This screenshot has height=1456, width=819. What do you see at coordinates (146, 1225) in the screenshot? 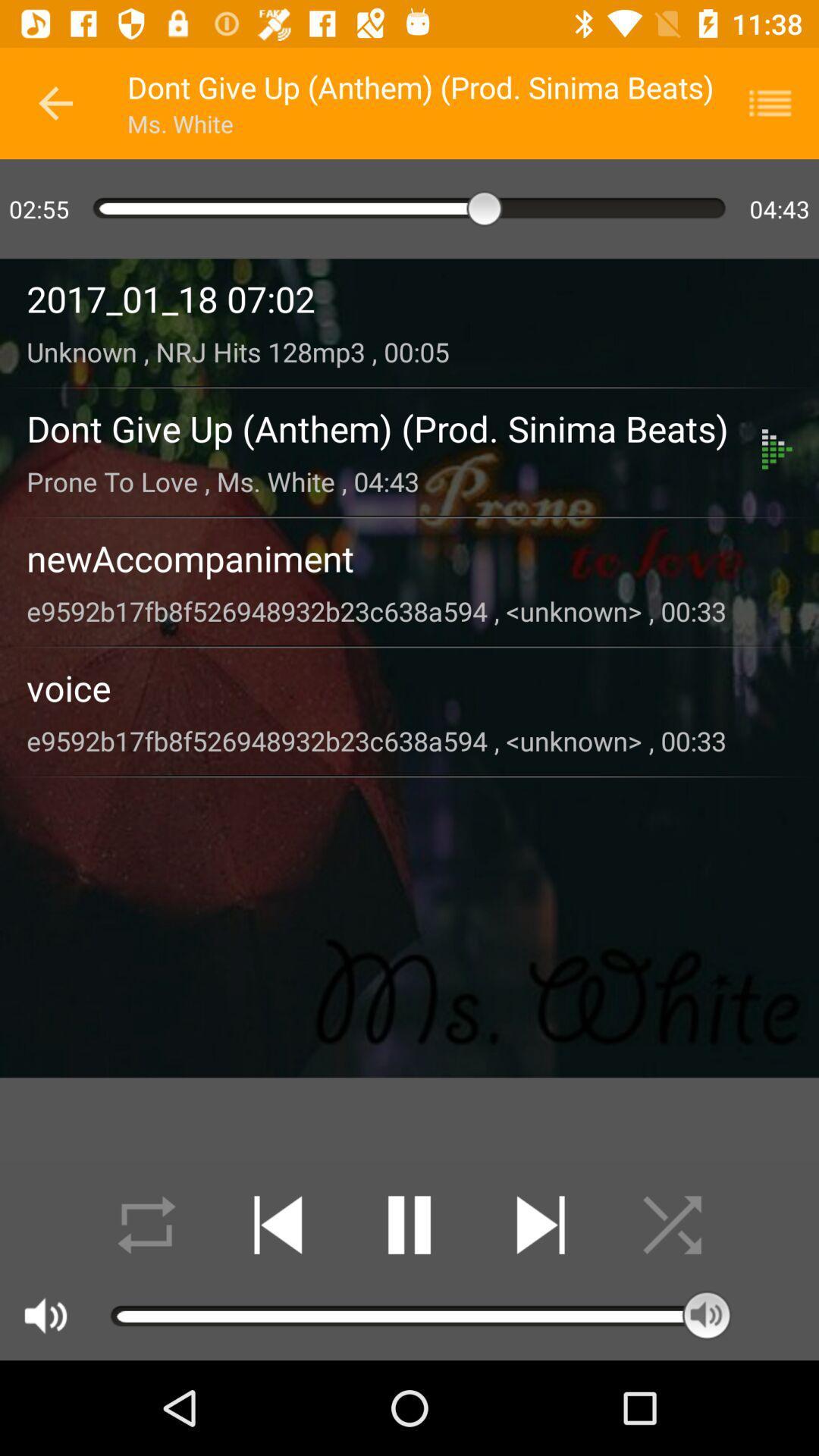
I see `shuffle` at bounding box center [146, 1225].